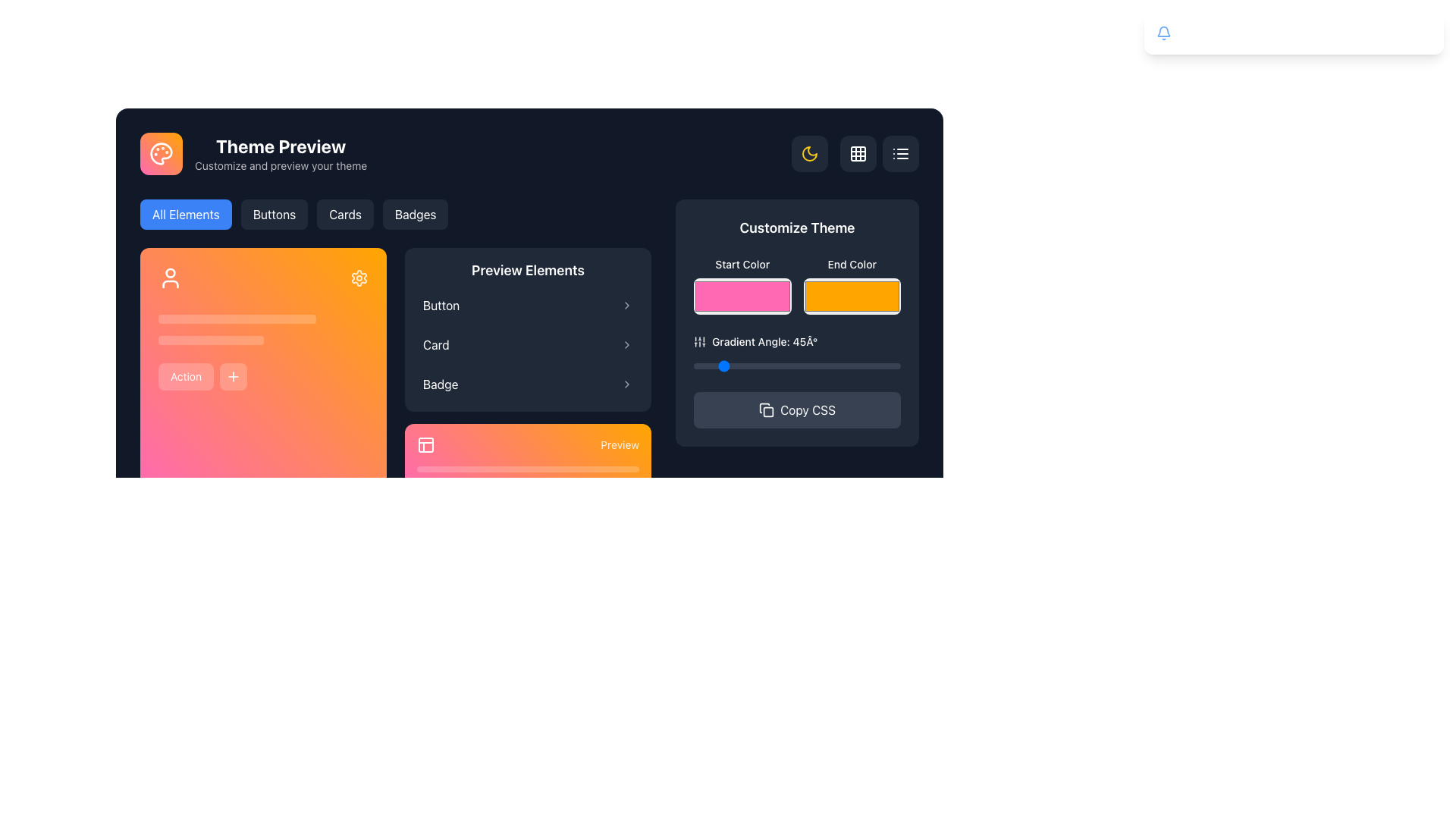 The width and height of the screenshot is (1456, 819). Describe the element at coordinates (893, 366) in the screenshot. I see `the slider value` at that location.